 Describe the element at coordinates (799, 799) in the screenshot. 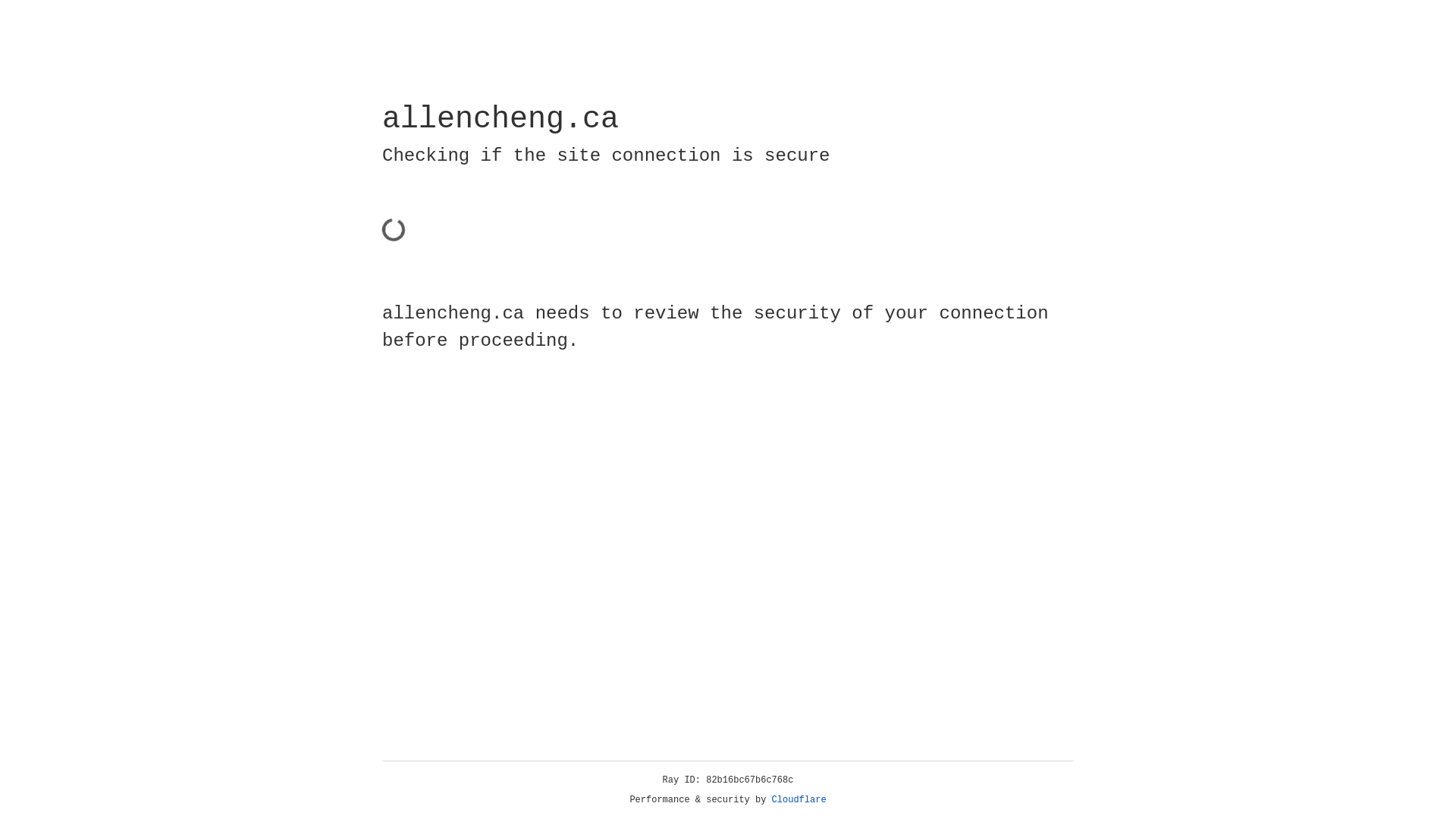

I see `'Cloudflare'` at that location.